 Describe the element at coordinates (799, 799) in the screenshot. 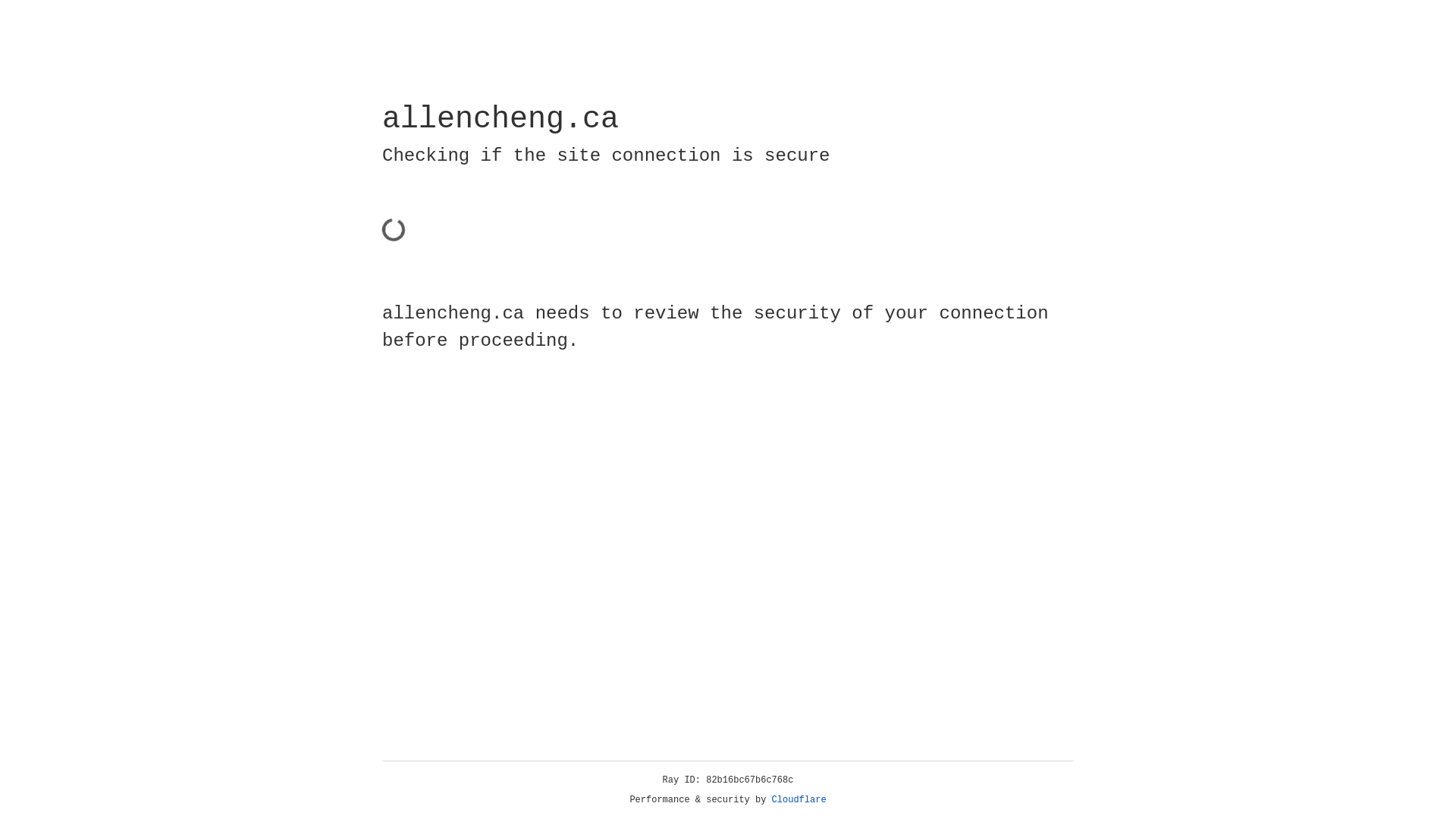

I see `'Cloudflare'` at that location.